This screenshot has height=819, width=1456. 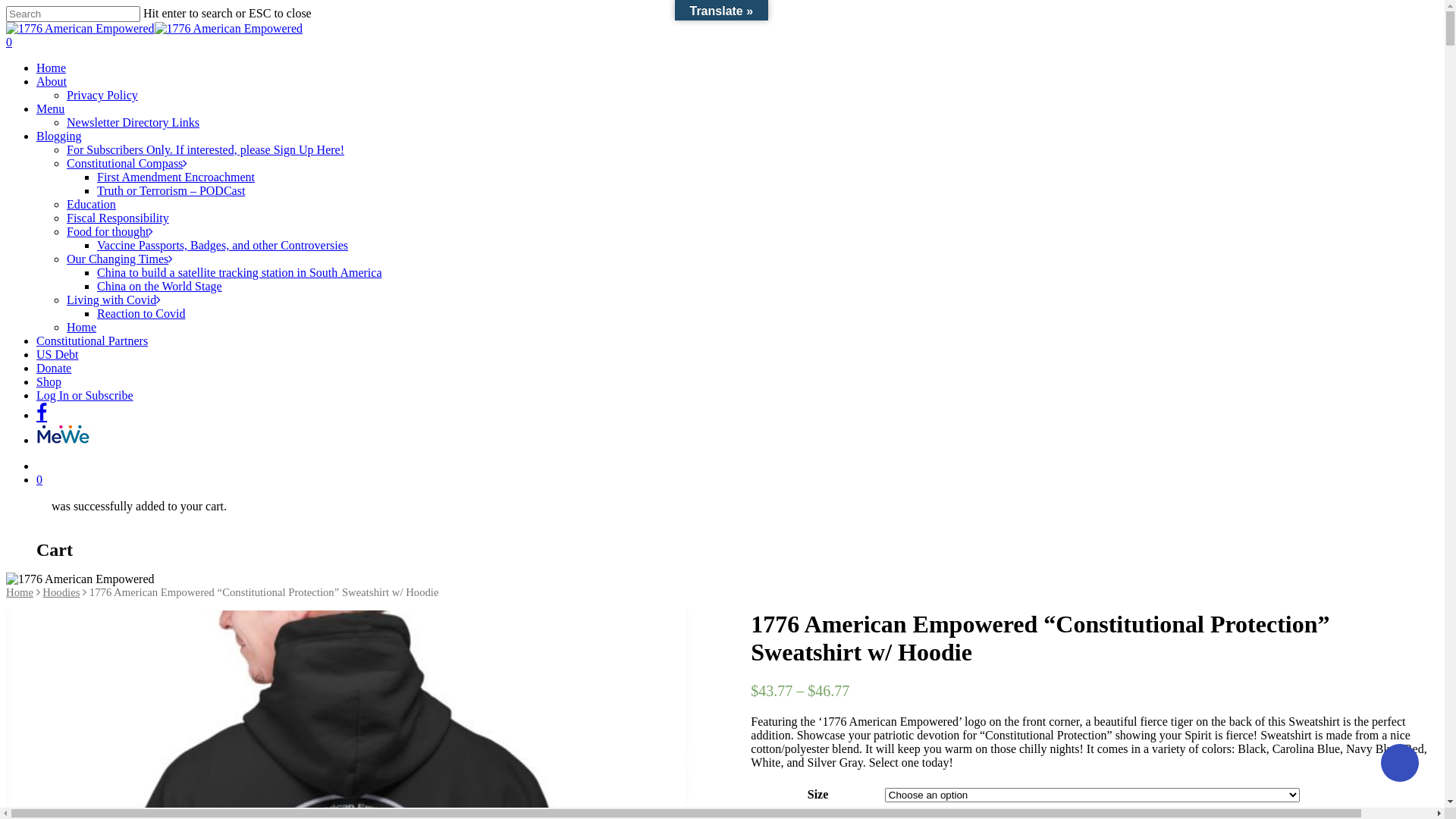 What do you see at coordinates (54, 368) in the screenshot?
I see `'Donate'` at bounding box center [54, 368].